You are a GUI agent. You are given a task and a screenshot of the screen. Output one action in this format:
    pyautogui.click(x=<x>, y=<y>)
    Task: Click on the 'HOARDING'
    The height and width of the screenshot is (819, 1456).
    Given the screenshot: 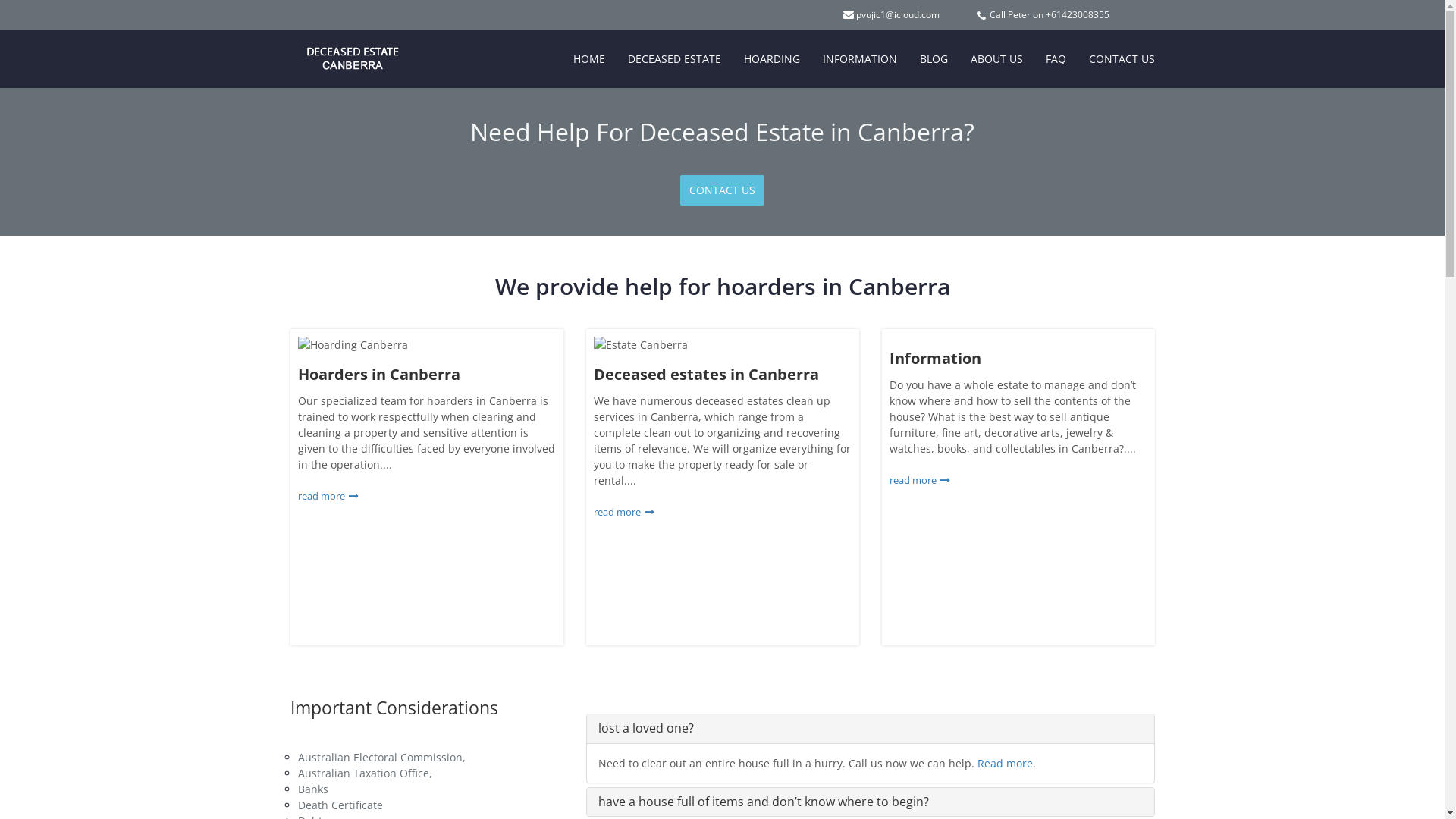 What is the action you would take?
    pyautogui.click(x=771, y=58)
    